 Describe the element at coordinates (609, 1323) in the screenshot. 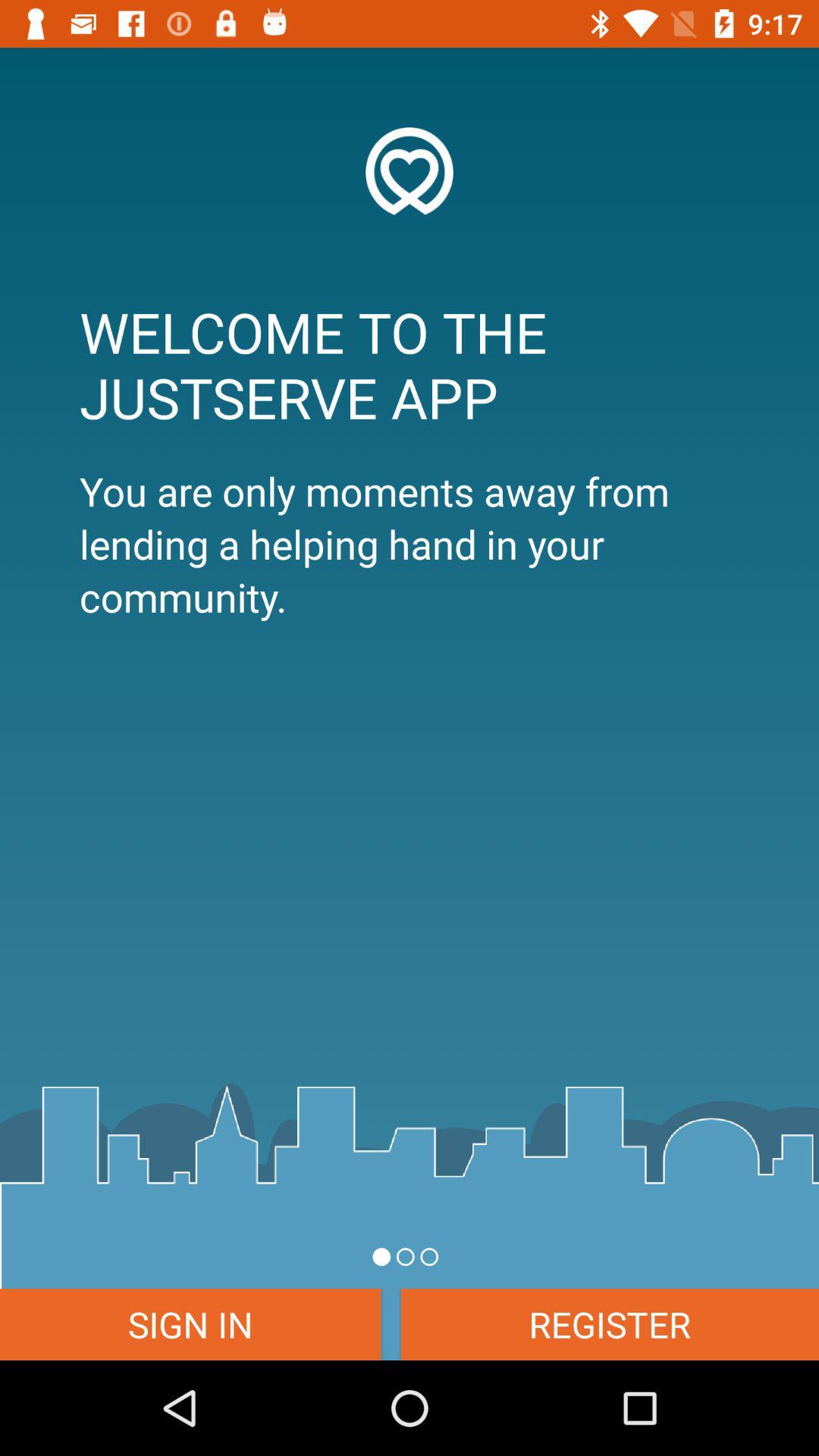

I see `the item to the right of the sign in item` at that location.